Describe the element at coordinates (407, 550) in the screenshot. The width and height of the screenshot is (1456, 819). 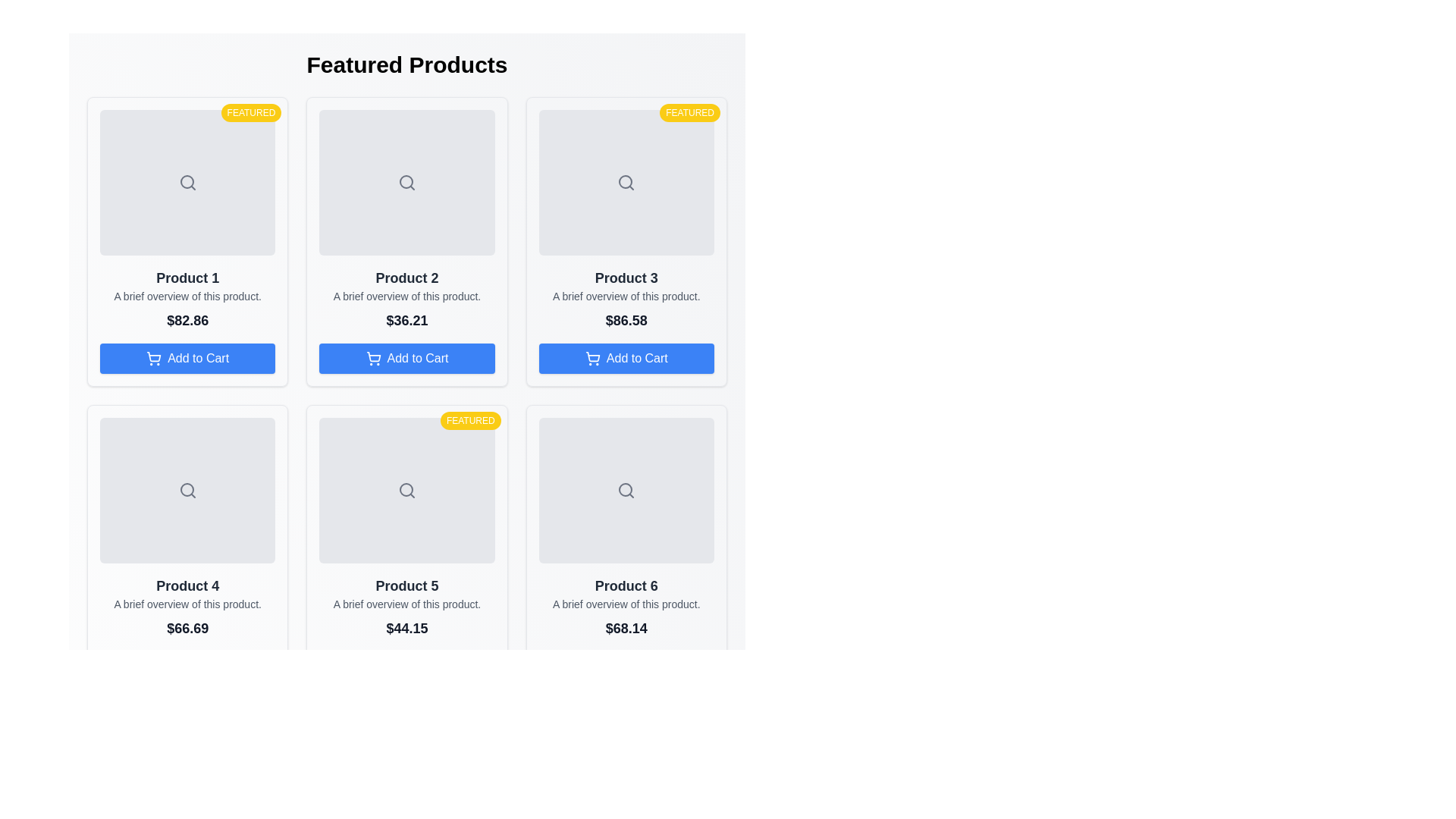
I see `the product image of 'Product 5' in the second row and second column of the grid layout` at that location.